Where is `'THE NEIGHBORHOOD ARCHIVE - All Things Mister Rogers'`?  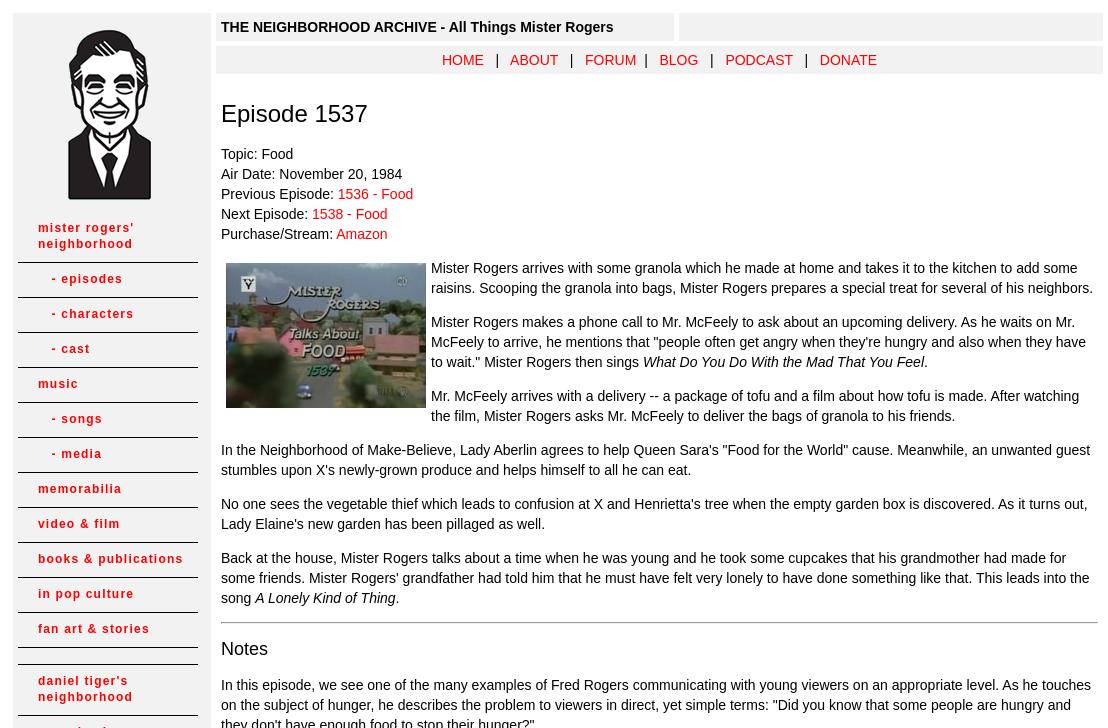 'THE NEIGHBORHOOD ARCHIVE - All Things Mister Rogers' is located at coordinates (221, 27).